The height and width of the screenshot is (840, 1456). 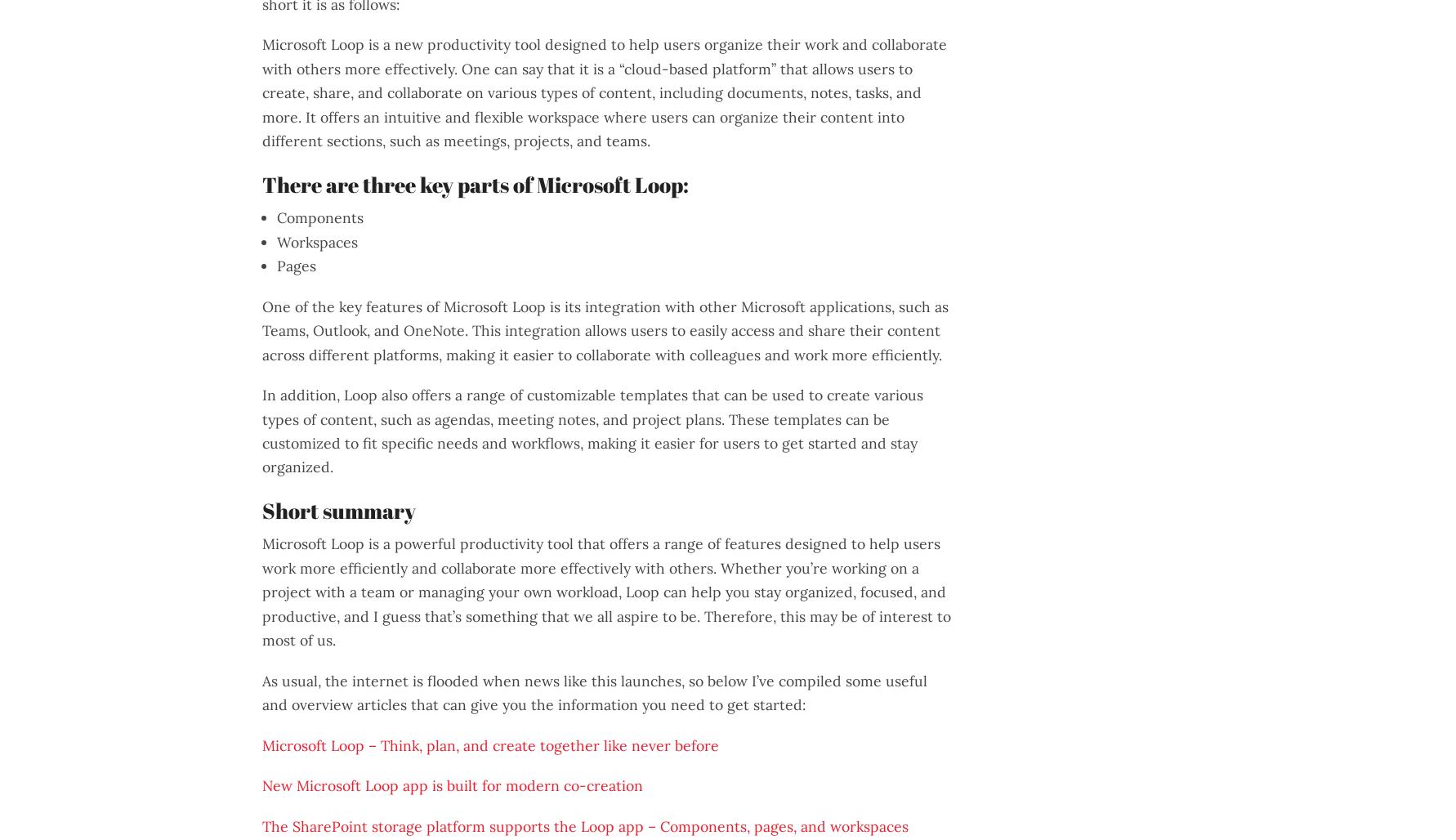 I want to click on 'Pages', so click(x=295, y=265).